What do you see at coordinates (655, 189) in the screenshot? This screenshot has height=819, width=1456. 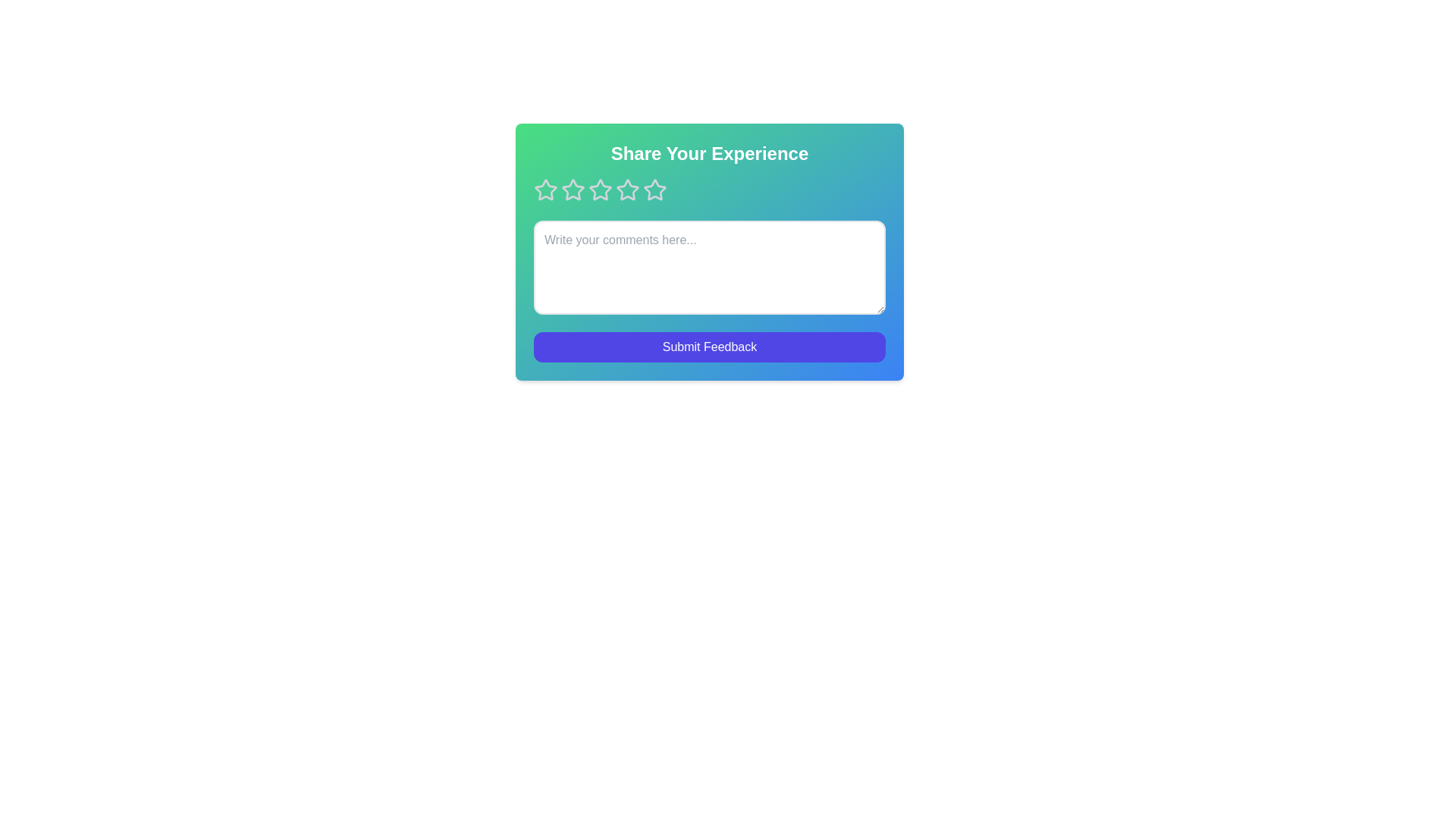 I see `the rating to 5 stars by clicking on the corresponding star` at bounding box center [655, 189].